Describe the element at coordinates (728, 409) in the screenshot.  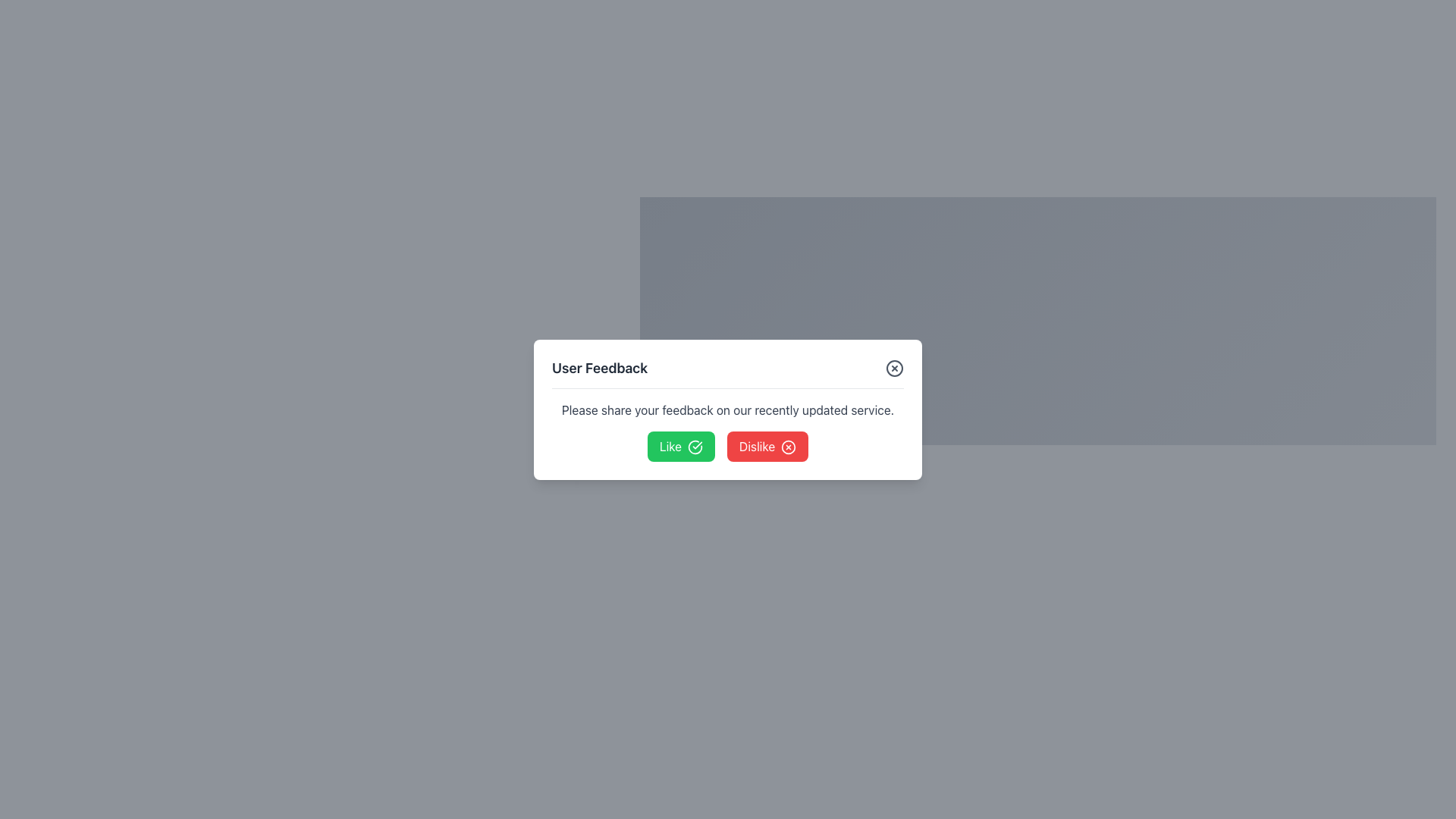
I see `the Text Display stating 'Please share your feedback on our recently updated service.' which is located in the center of the popup card between the title 'User Feedback' and the buttons 'Like' and 'Dislike'` at that location.